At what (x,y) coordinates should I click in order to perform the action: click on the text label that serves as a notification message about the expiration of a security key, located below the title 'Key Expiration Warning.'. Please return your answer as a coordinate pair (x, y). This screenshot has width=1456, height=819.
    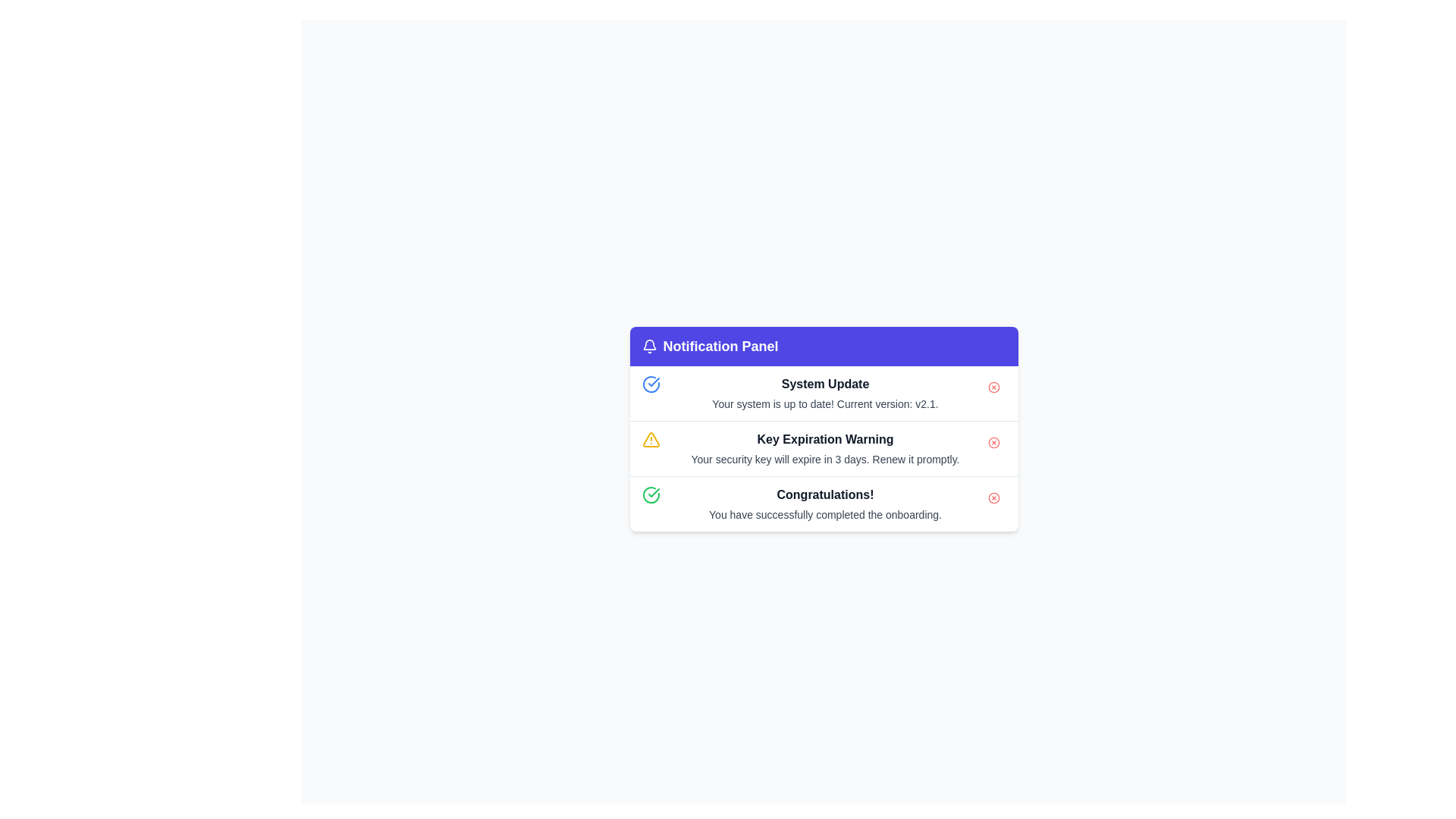
    Looking at the image, I should click on (824, 458).